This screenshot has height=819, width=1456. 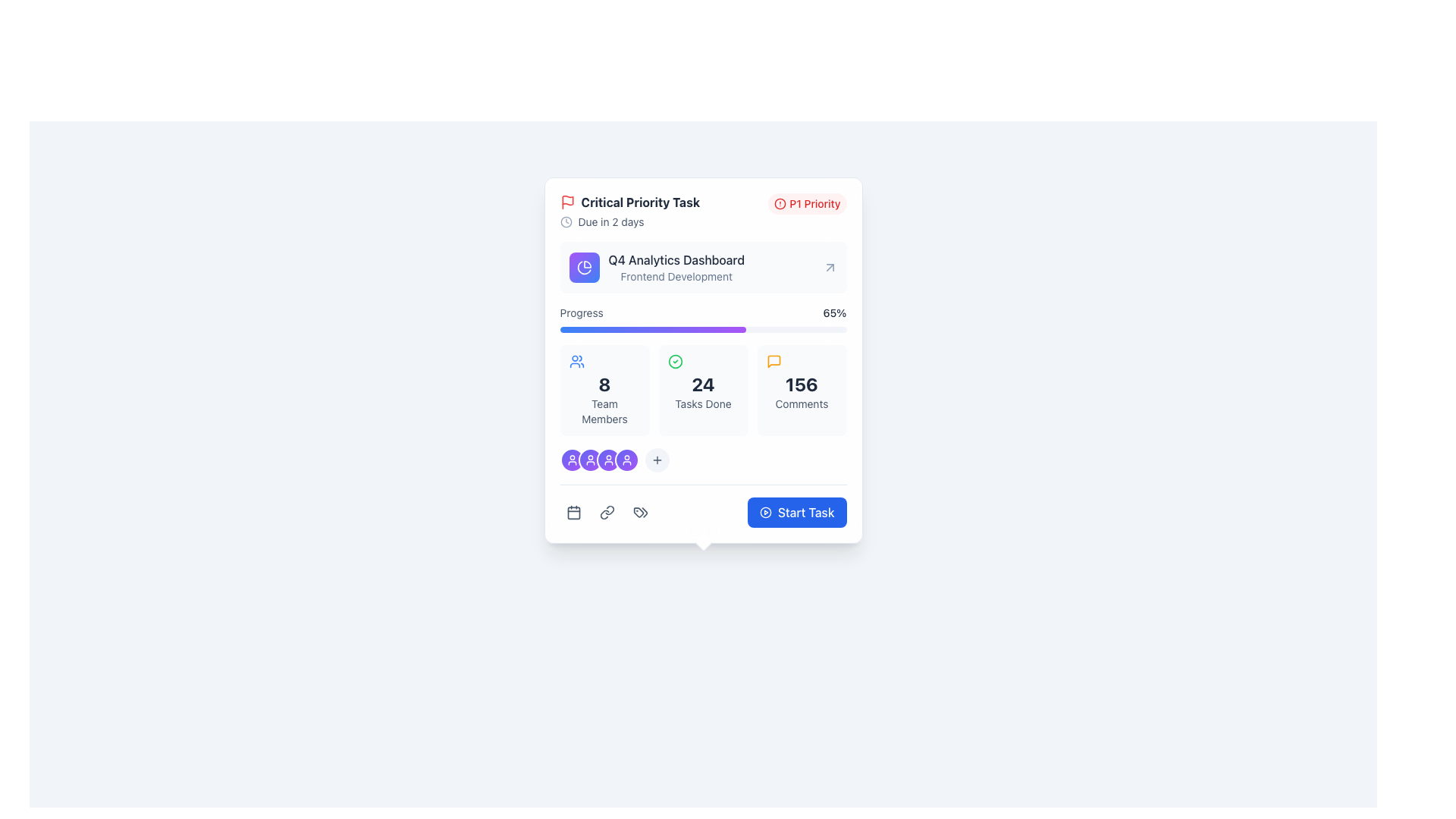 I want to click on the second button, so click(x=607, y=512).